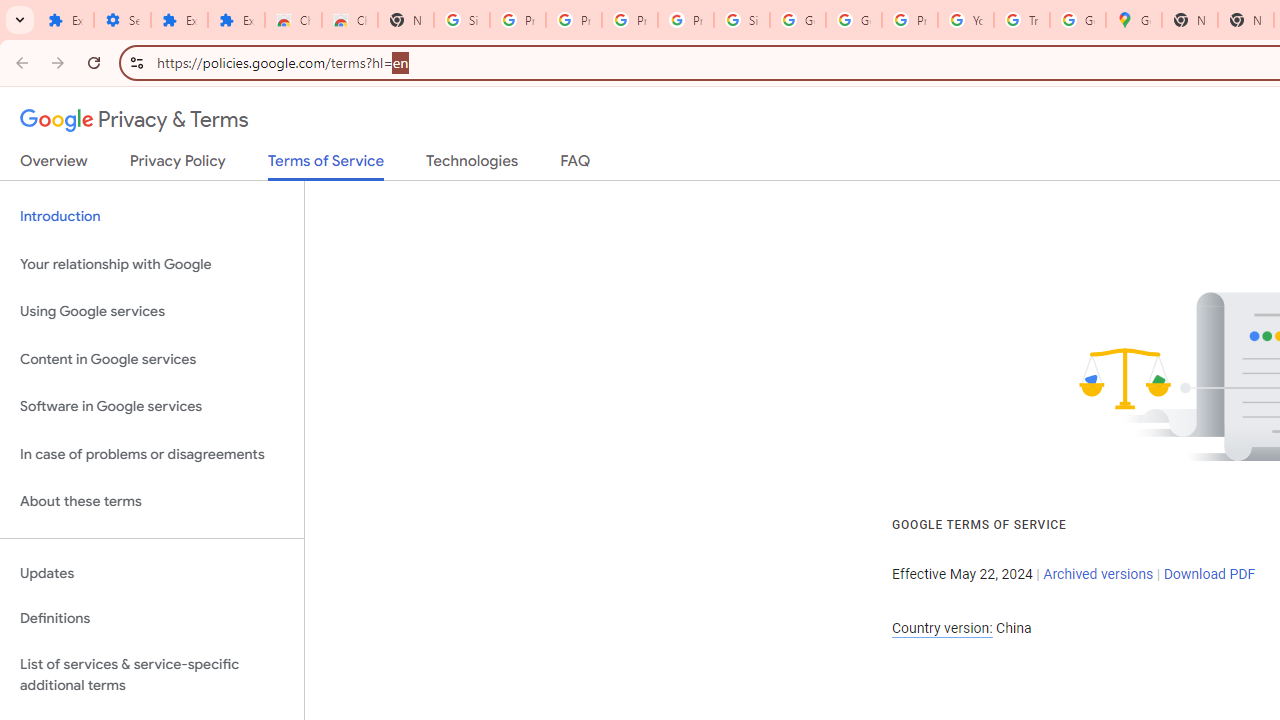  Describe the element at coordinates (292, 20) in the screenshot. I see `'Chrome Web Store'` at that location.